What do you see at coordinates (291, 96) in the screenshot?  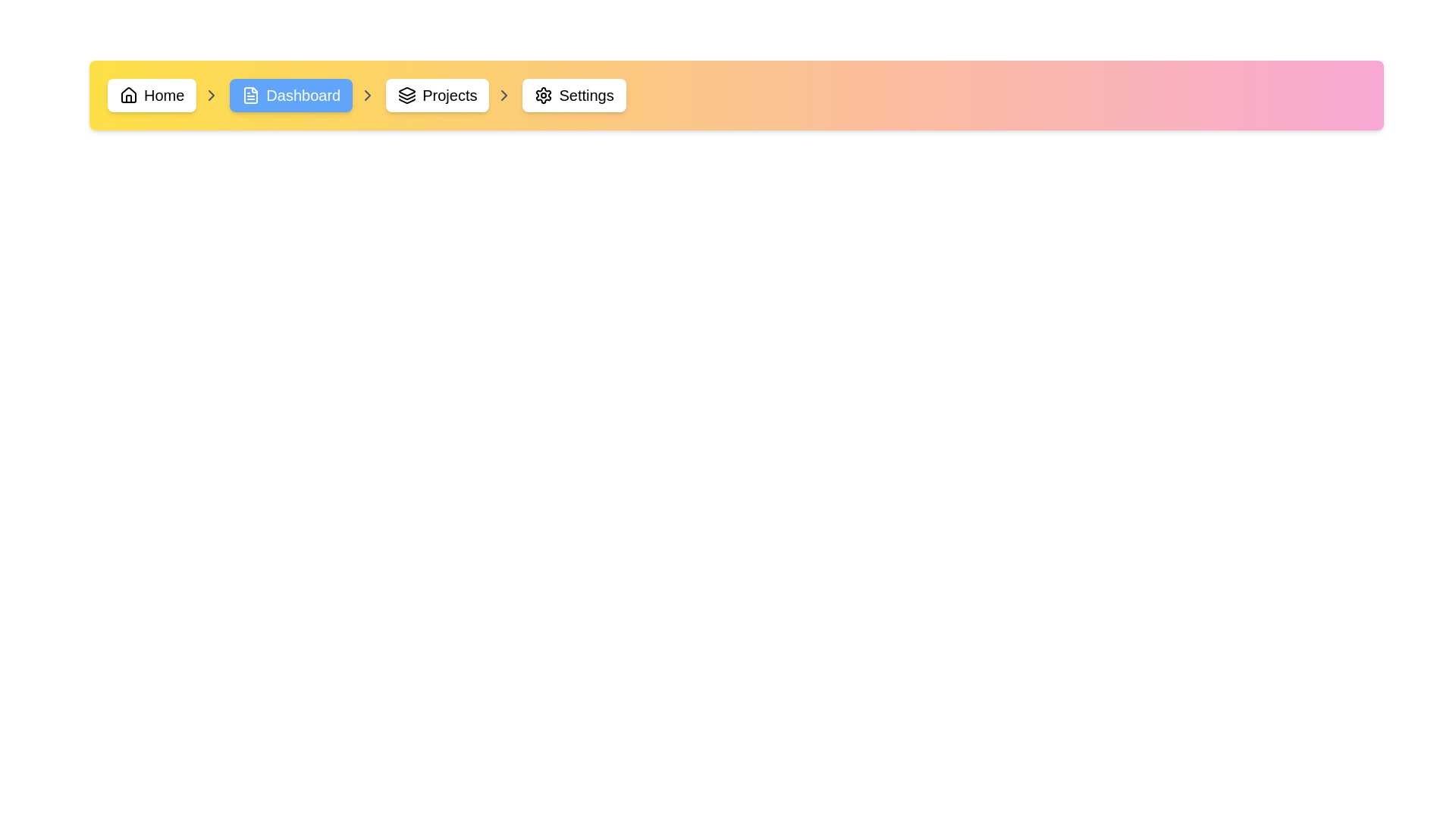 I see `the navigation button that redirects to the 'Dashboard' page, located in the horizontal navigation bar as the second button from the left, positioned between the 'Home' and 'Projects' buttons` at bounding box center [291, 96].